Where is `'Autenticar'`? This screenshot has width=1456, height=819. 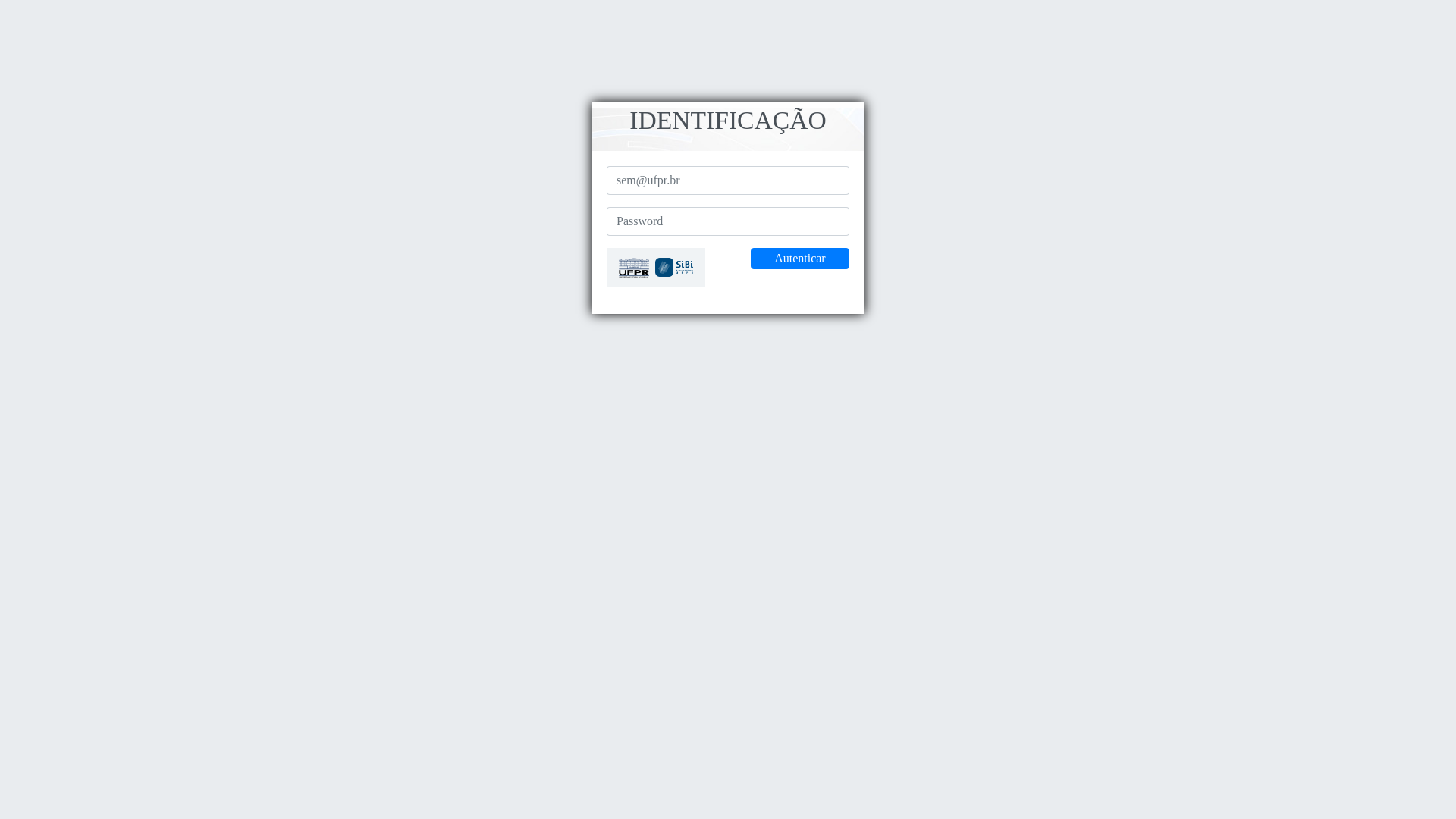 'Autenticar' is located at coordinates (799, 257).